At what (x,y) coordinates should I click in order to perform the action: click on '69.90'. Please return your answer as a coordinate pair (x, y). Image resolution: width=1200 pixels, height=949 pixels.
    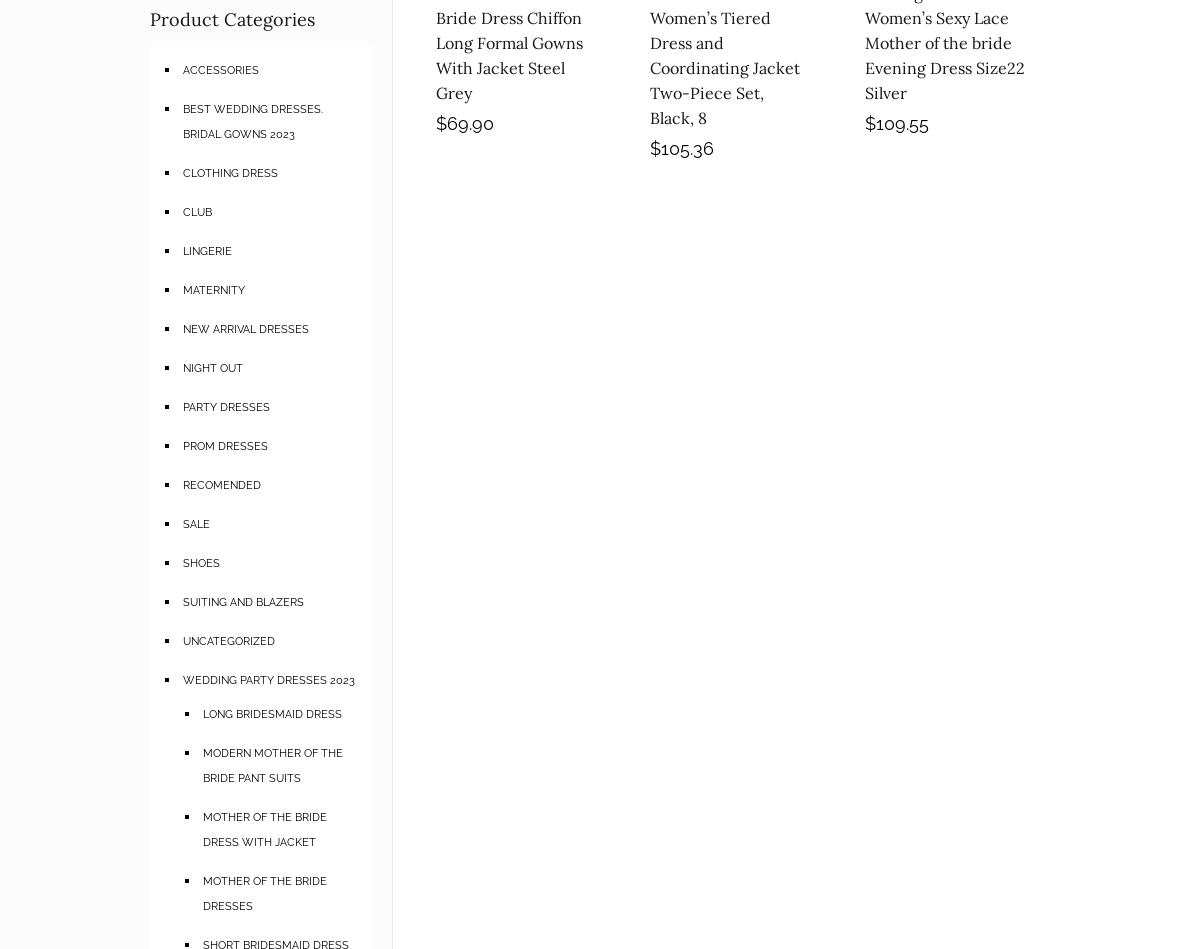
    Looking at the image, I should click on (469, 122).